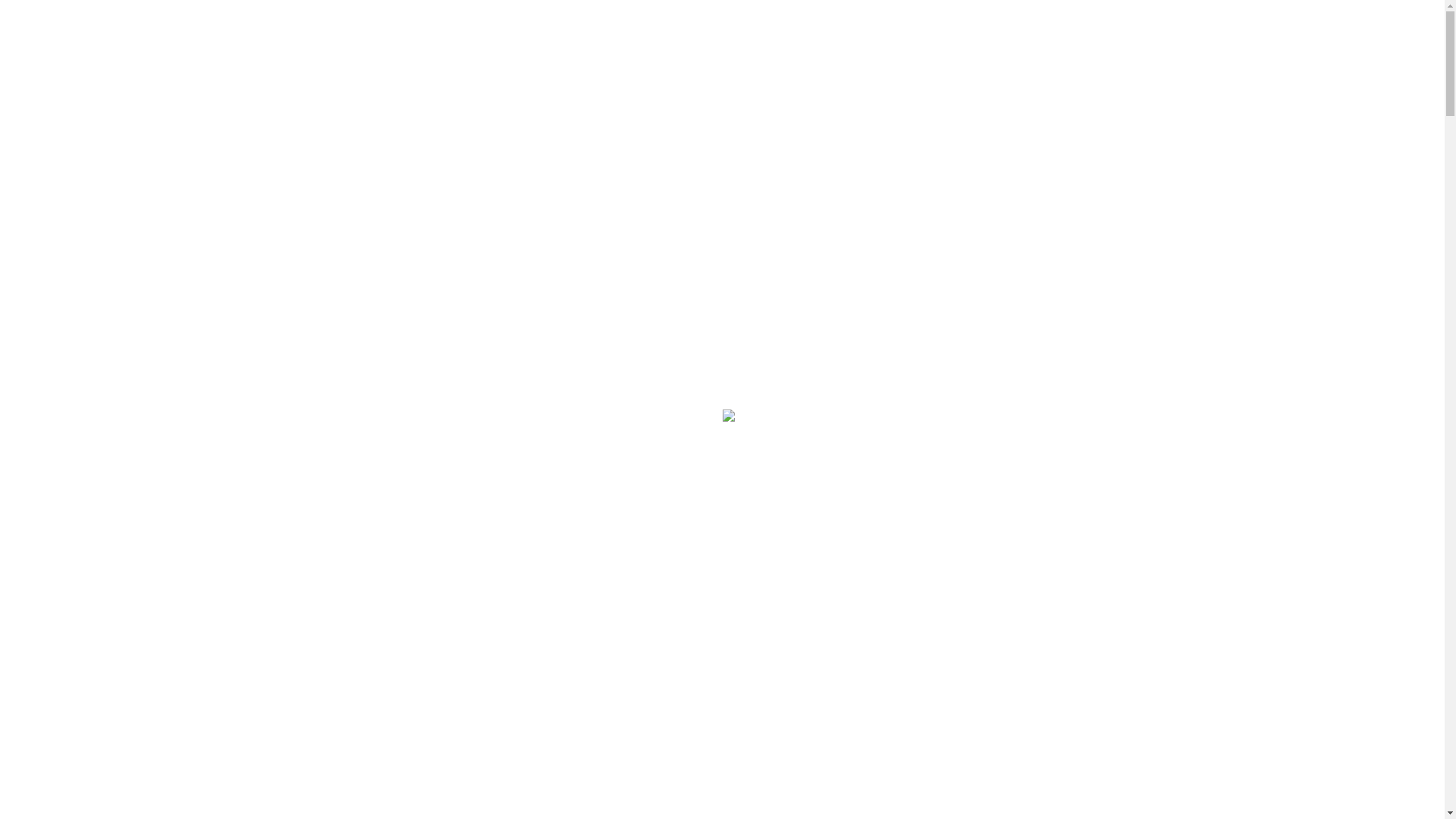 This screenshot has width=1456, height=819. What do you see at coordinates (42, 12) in the screenshot?
I see `'Skip to content'` at bounding box center [42, 12].